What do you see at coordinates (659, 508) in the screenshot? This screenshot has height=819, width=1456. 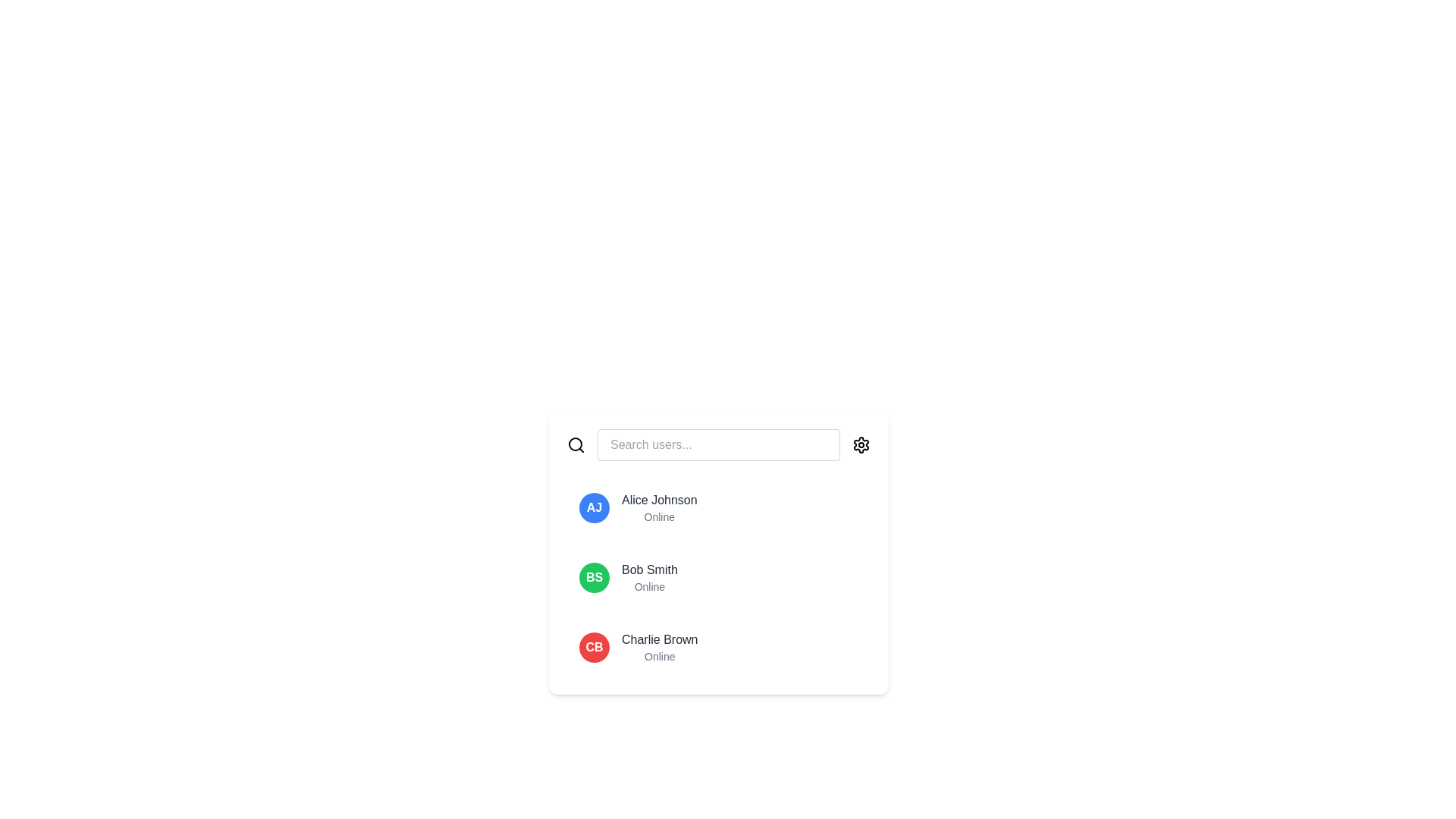 I see `the Text Display element that shows 'Alice Johnson' and 'Online', which is located next to the circular blue icon with initials 'AJ'` at bounding box center [659, 508].